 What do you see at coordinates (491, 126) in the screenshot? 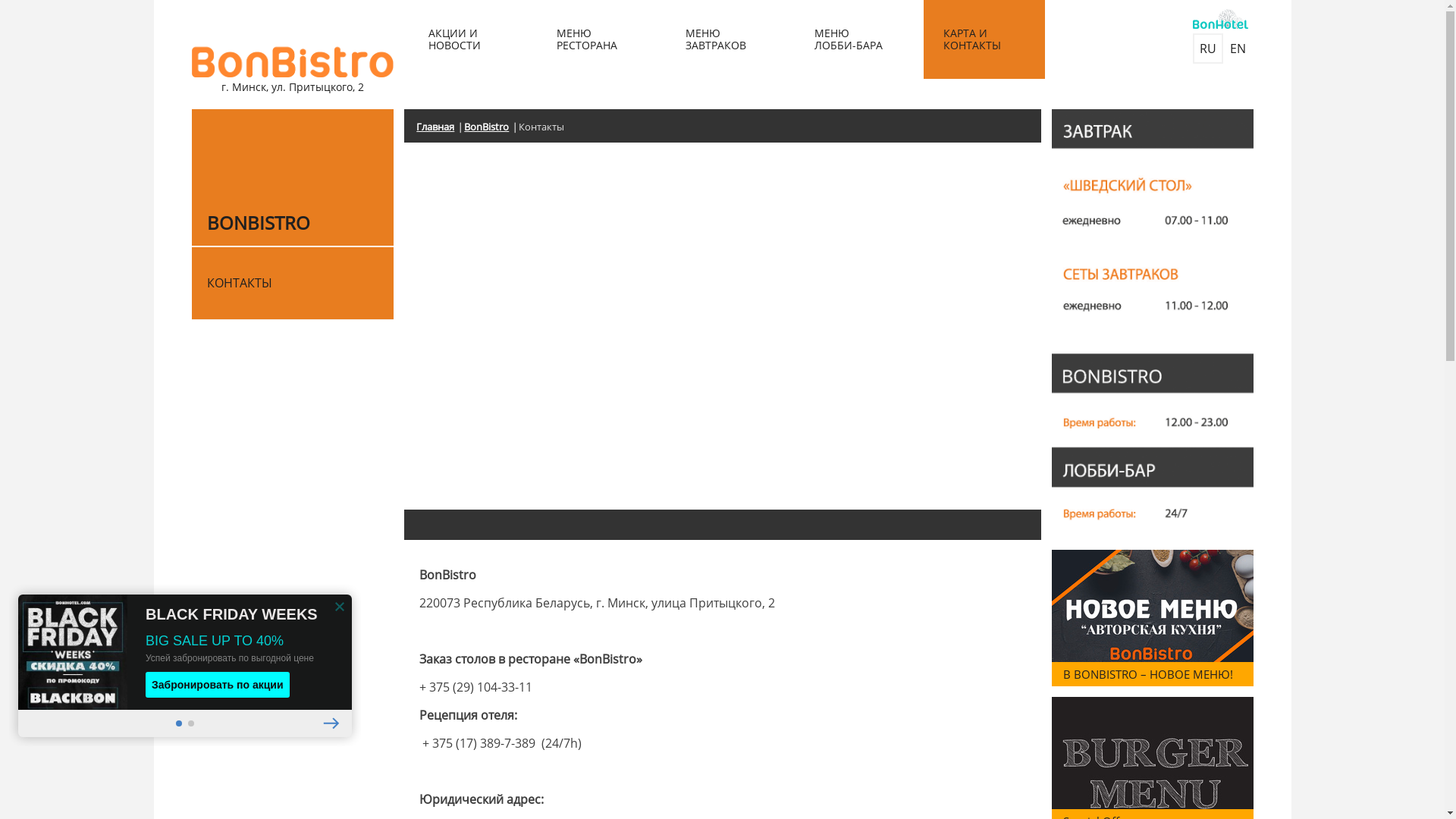
I see `'BonBistro'` at bounding box center [491, 126].